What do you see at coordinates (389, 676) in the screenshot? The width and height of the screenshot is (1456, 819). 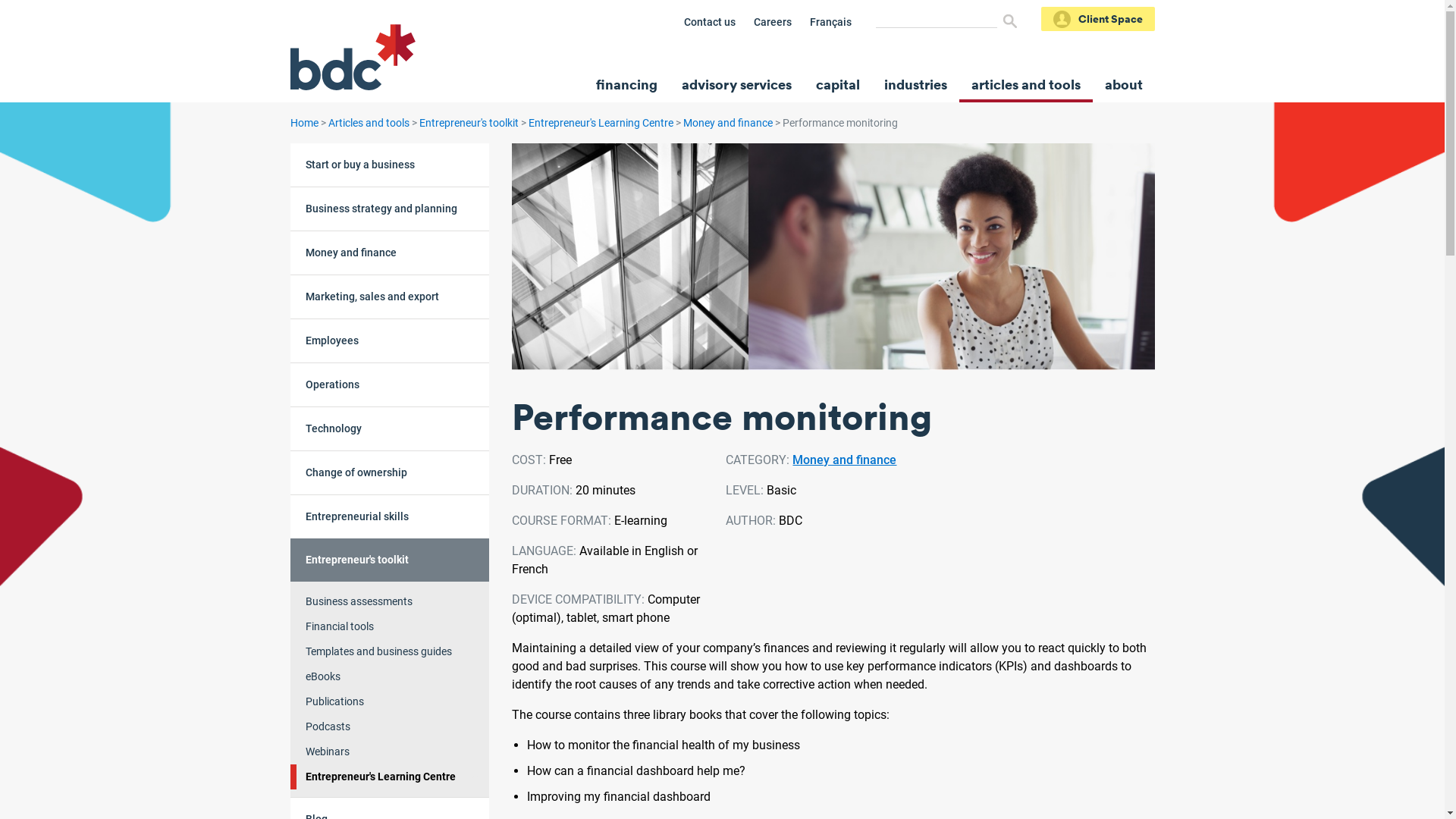 I see `'eBooks'` at bounding box center [389, 676].